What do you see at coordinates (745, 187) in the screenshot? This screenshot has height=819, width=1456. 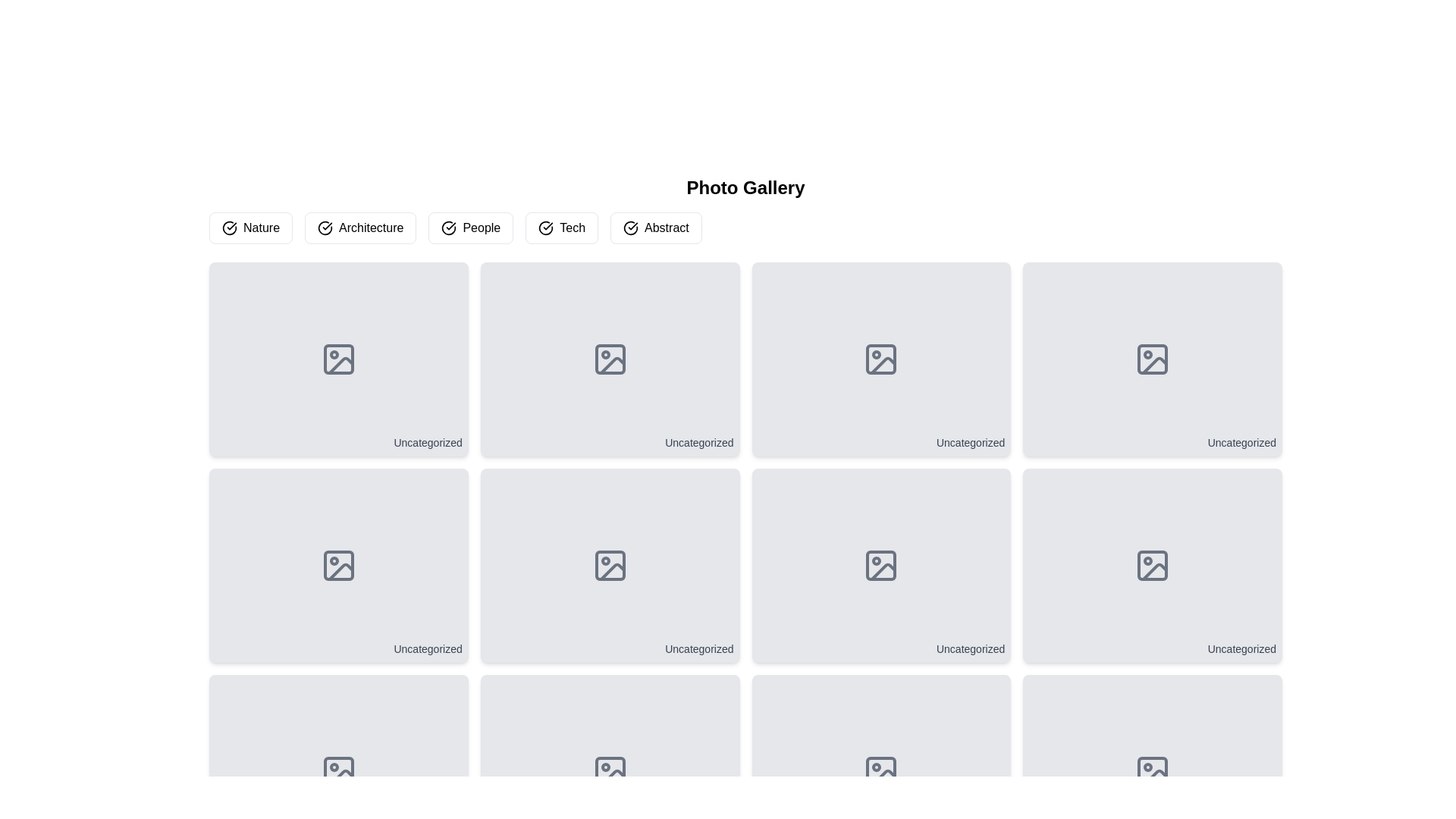 I see `the 'Photo Gallery' text header element, which is a bold title displayed at the top of the photo gallery layout` at bounding box center [745, 187].